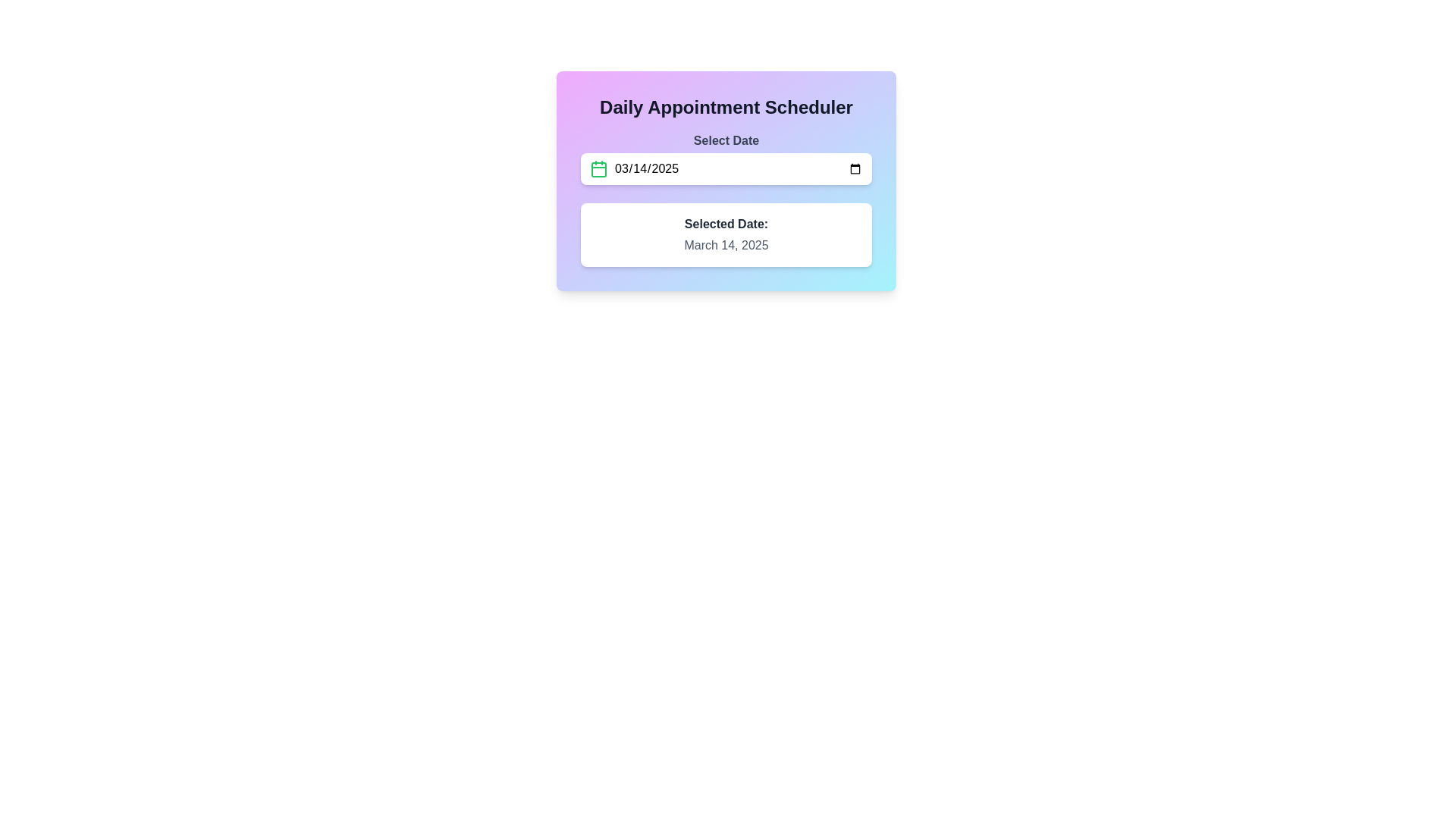 This screenshot has width=1456, height=819. What do you see at coordinates (726, 158) in the screenshot?
I see `the date input field labeled 'Select Date'` at bounding box center [726, 158].